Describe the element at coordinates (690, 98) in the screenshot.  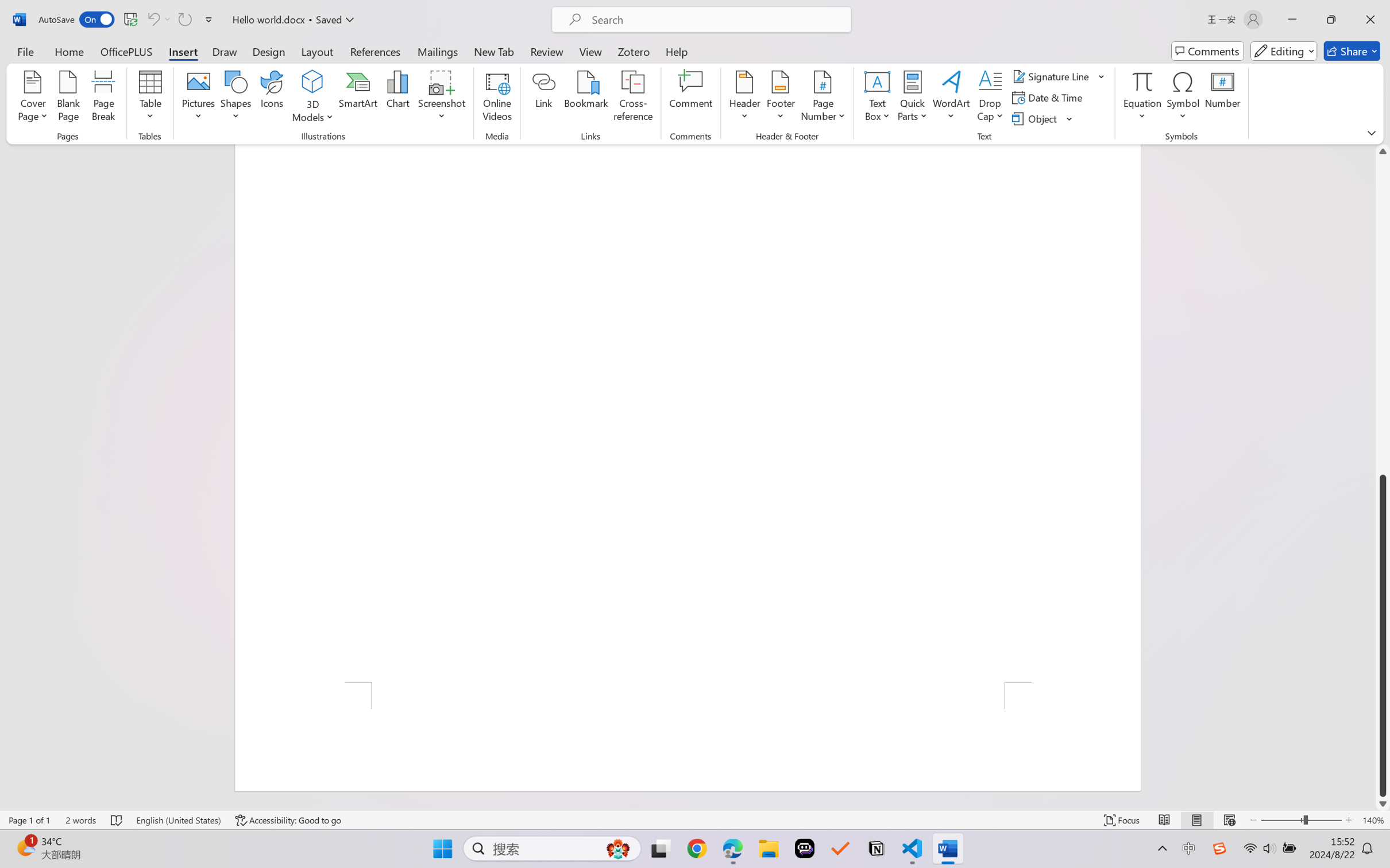
I see `'Comment'` at that location.